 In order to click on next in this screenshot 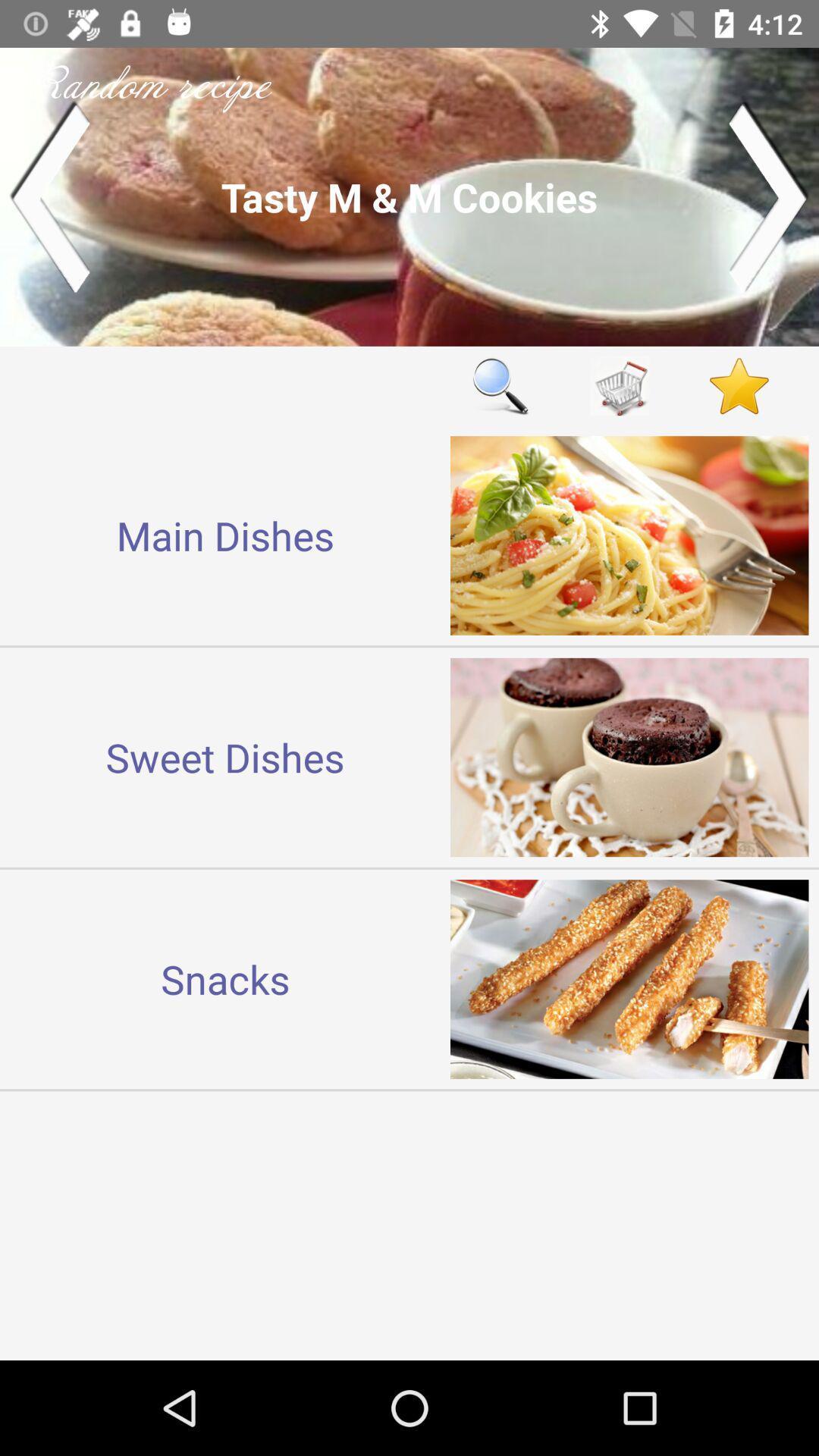, I will do `click(769, 196)`.